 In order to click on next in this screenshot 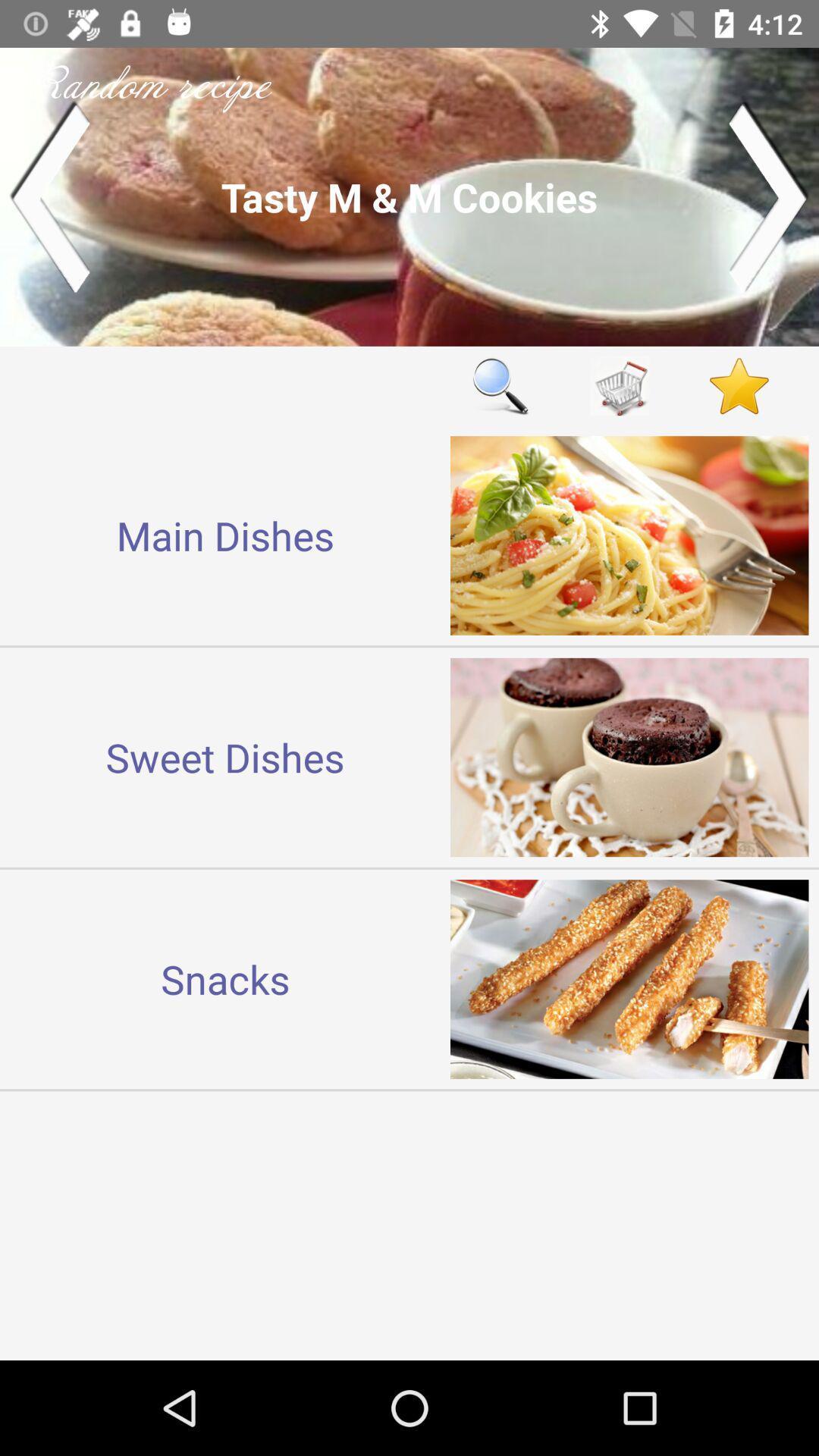, I will do `click(769, 196)`.